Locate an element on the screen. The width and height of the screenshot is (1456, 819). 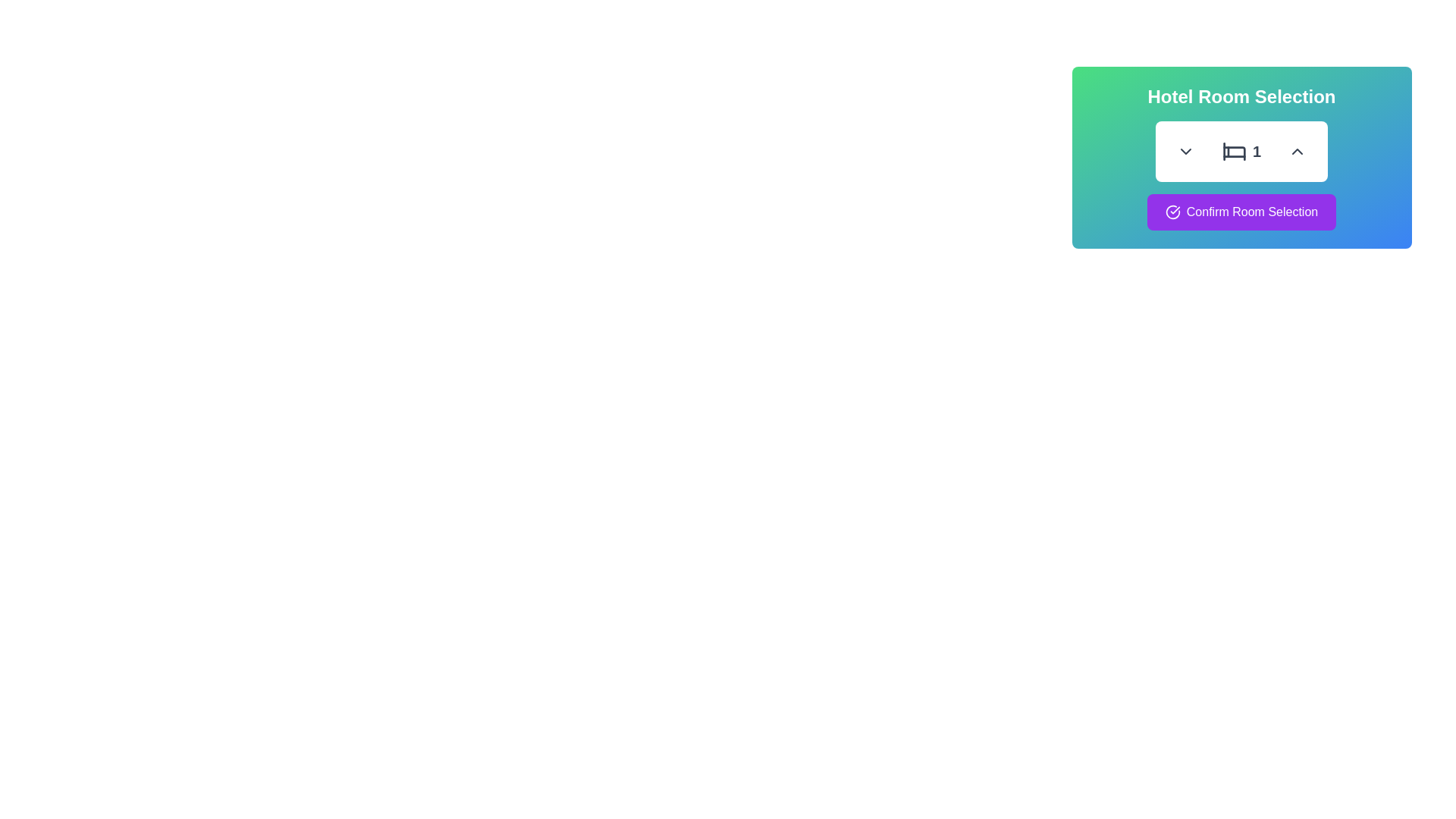
the graphical icon representing a bed, which is part of the hotel room selection panel is located at coordinates (1234, 153).